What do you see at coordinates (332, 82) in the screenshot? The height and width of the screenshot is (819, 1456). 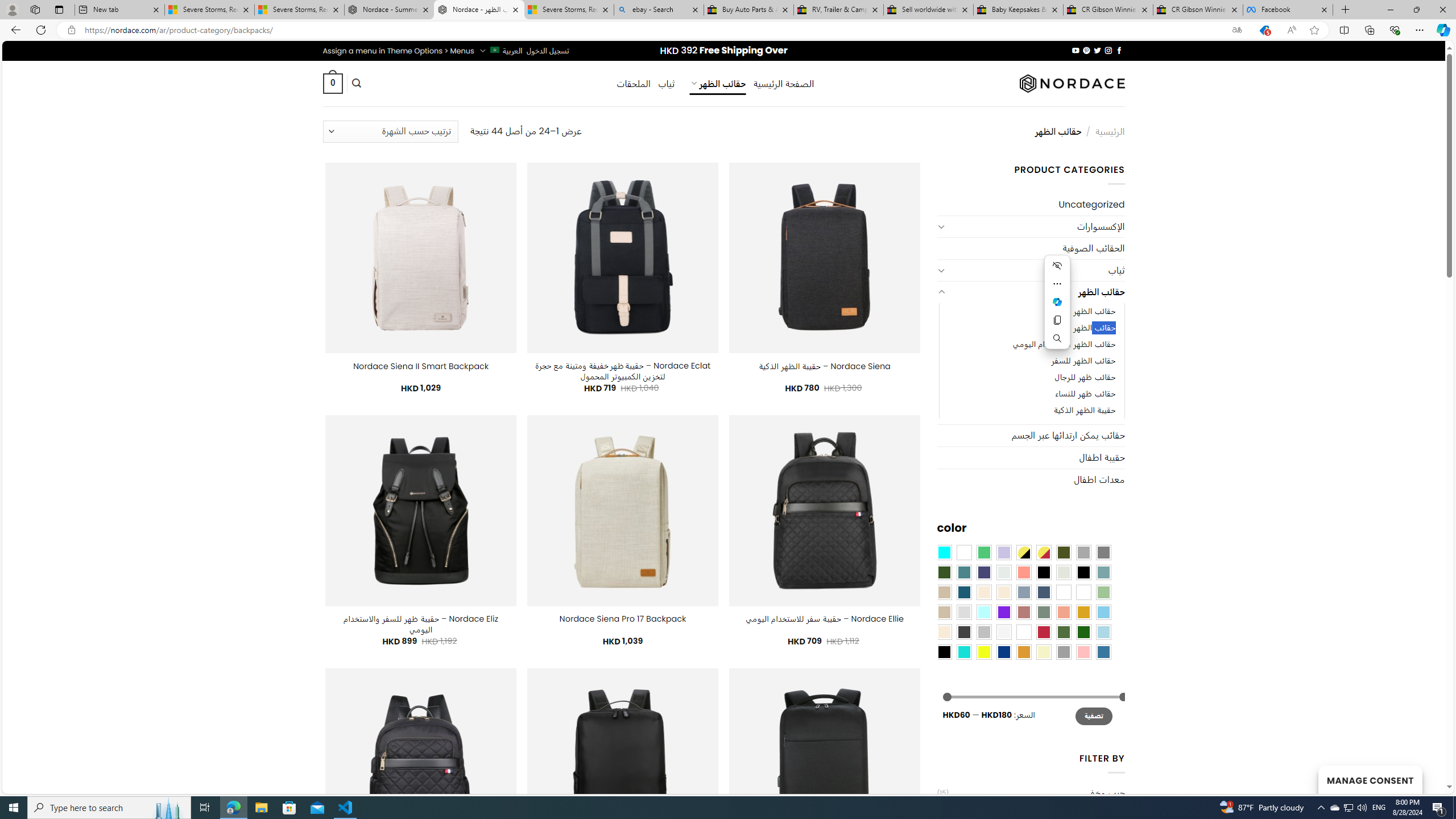 I see `' 0 '` at bounding box center [332, 82].